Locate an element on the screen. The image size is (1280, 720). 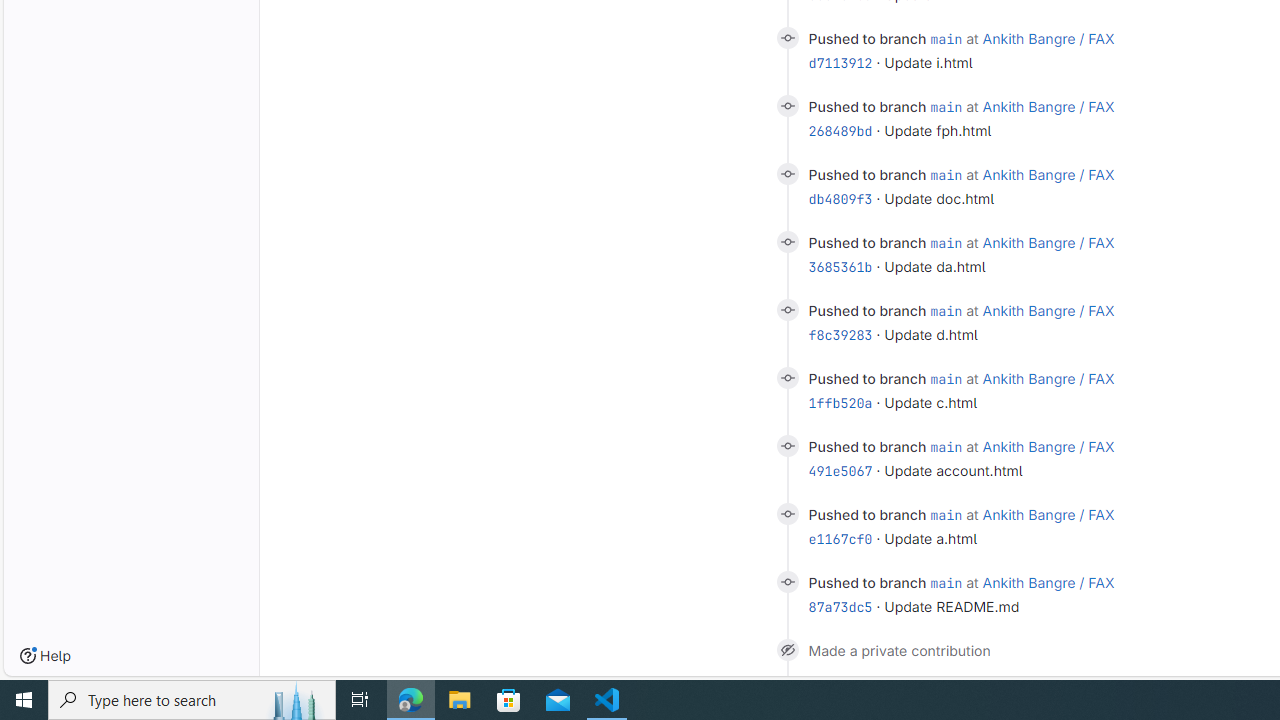
'491e5067' is located at coordinates (840, 471).